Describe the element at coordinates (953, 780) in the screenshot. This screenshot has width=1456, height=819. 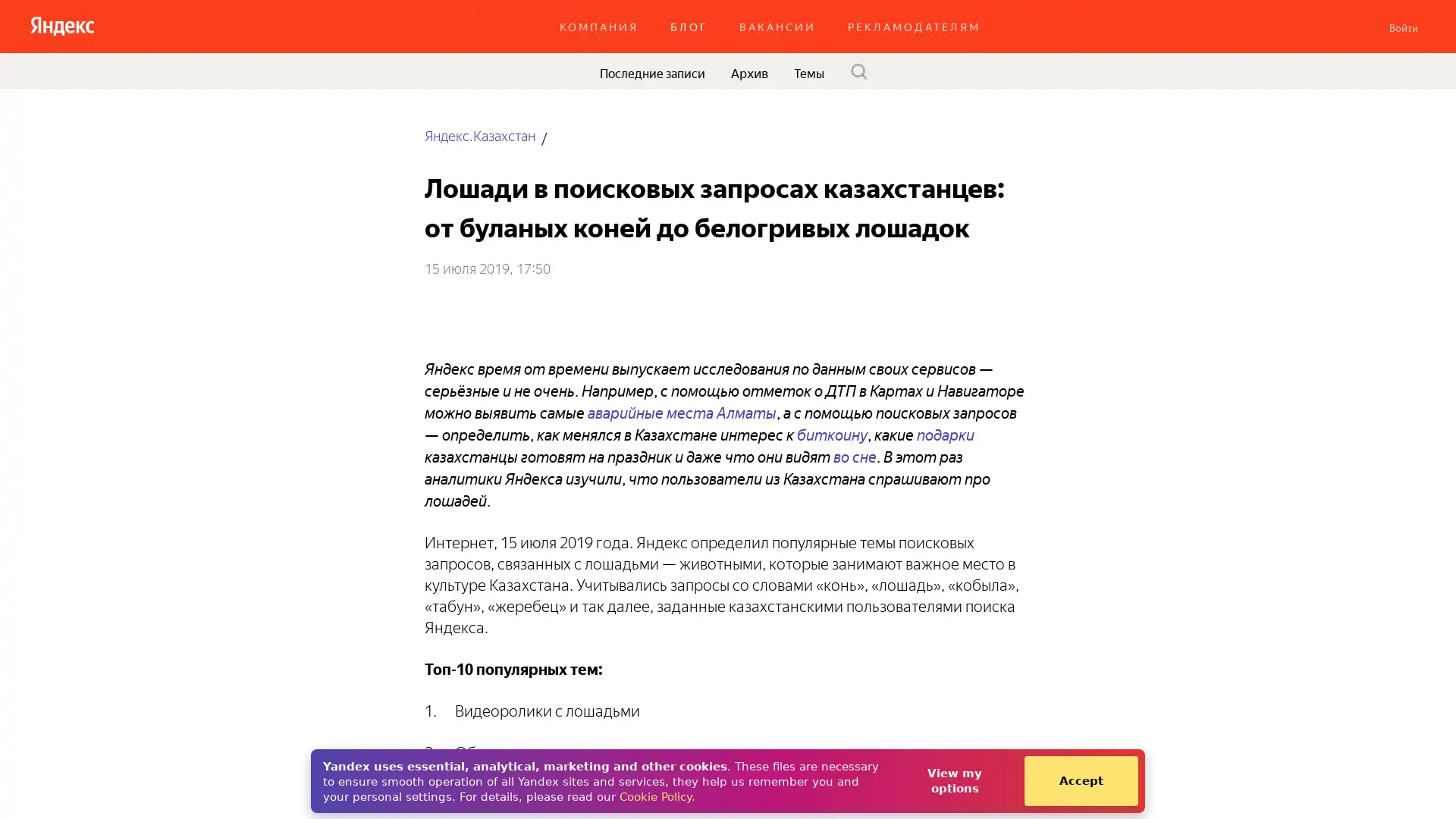
I see `View my options` at that location.